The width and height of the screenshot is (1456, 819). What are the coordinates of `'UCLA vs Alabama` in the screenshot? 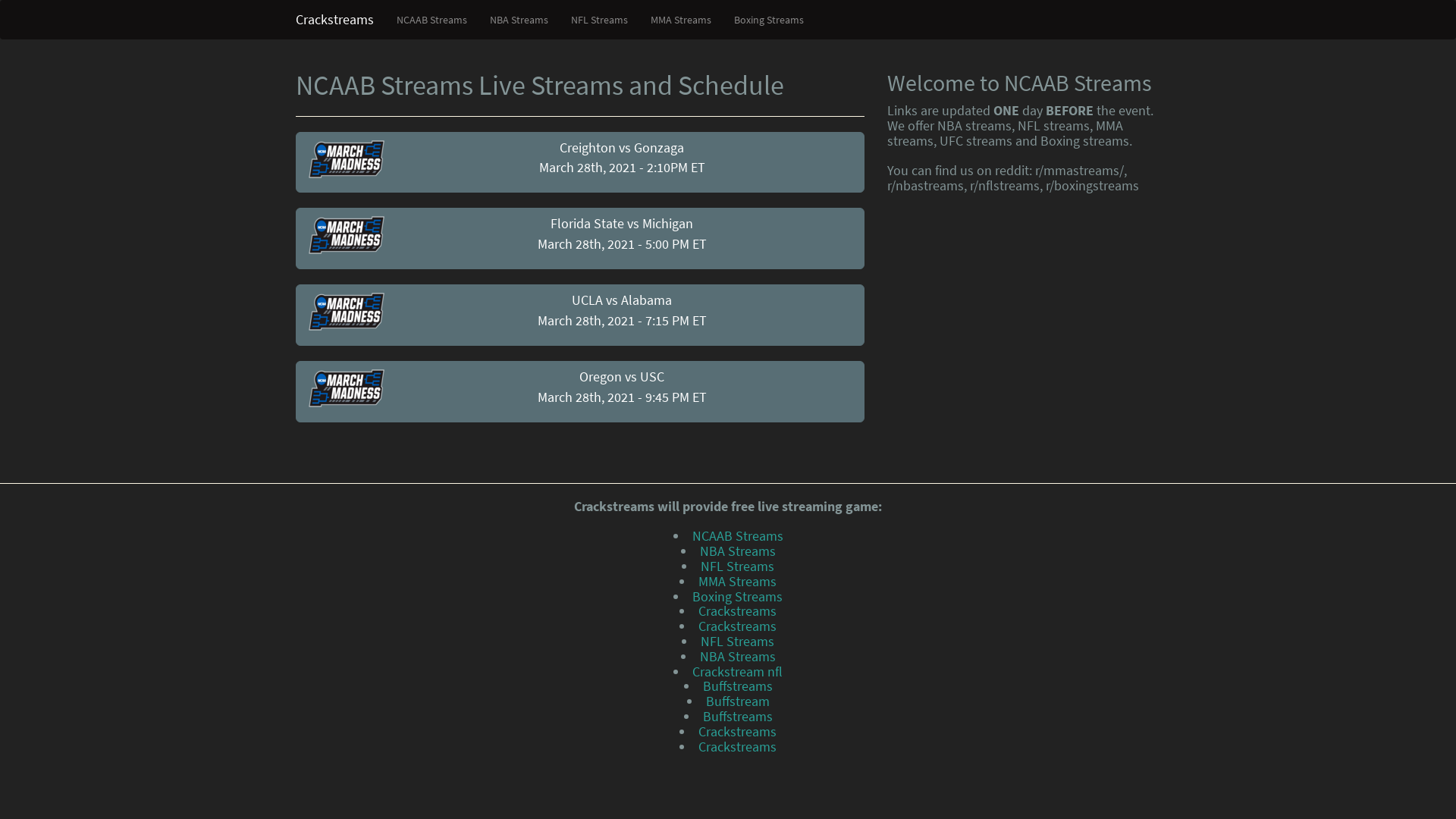 It's located at (579, 314).